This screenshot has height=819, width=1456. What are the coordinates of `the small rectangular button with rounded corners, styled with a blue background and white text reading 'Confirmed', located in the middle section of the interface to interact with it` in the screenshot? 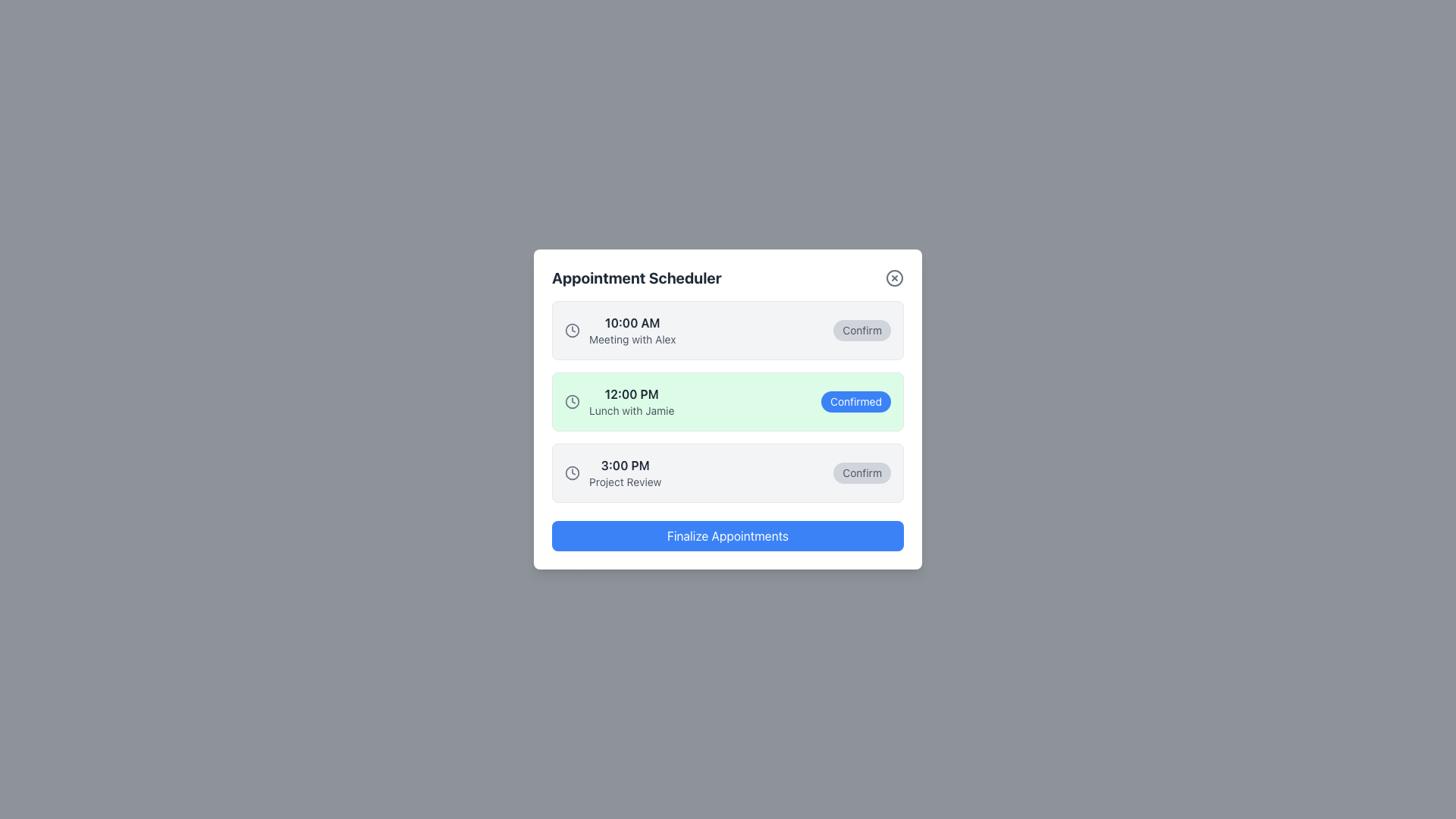 It's located at (855, 400).